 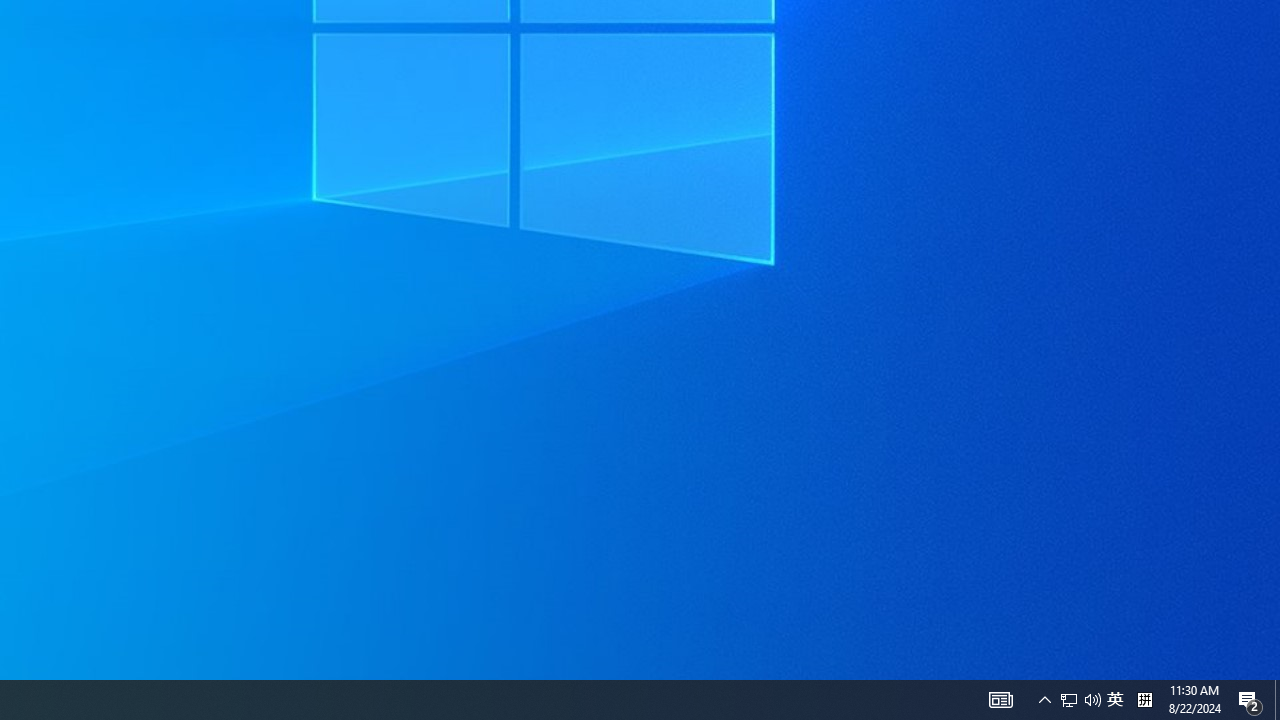 What do you see at coordinates (1092, 698) in the screenshot?
I see `'Q2790: 100%'` at bounding box center [1092, 698].